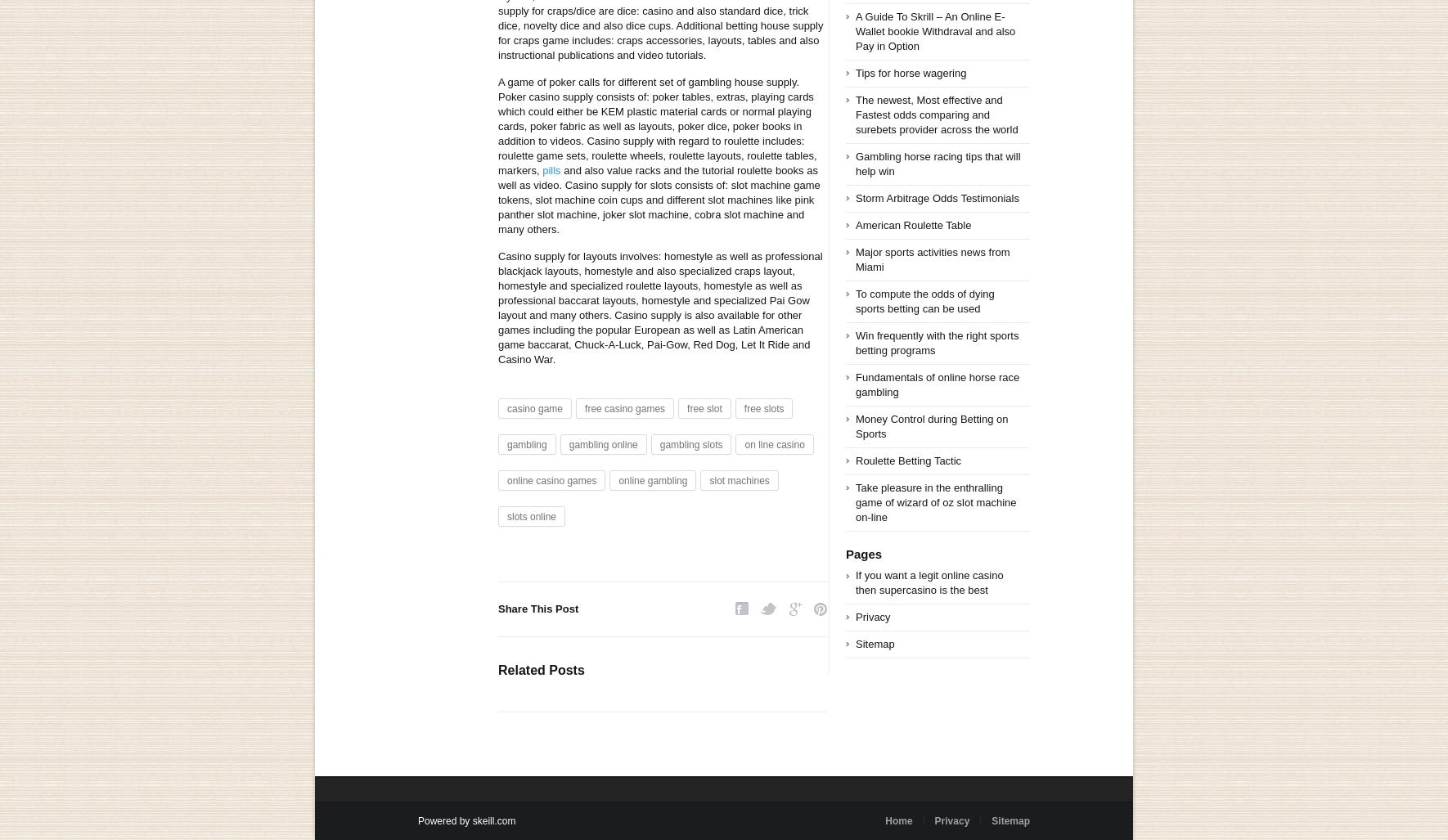 The height and width of the screenshot is (840, 1448). Describe the element at coordinates (602, 444) in the screenshot. I see `'gambling online'` at that location.